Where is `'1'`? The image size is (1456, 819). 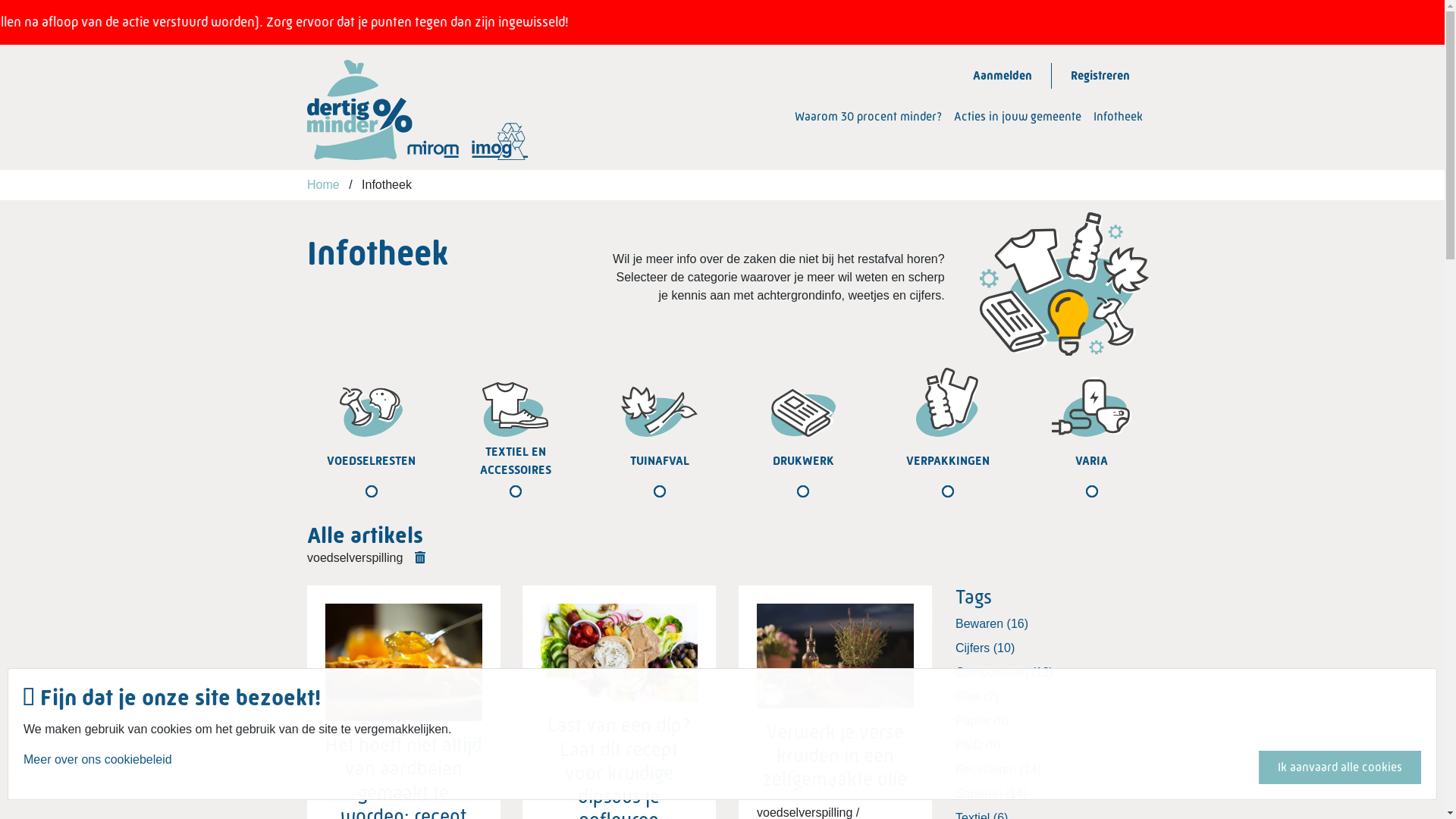
'1' is located at coordinates (302, 476).